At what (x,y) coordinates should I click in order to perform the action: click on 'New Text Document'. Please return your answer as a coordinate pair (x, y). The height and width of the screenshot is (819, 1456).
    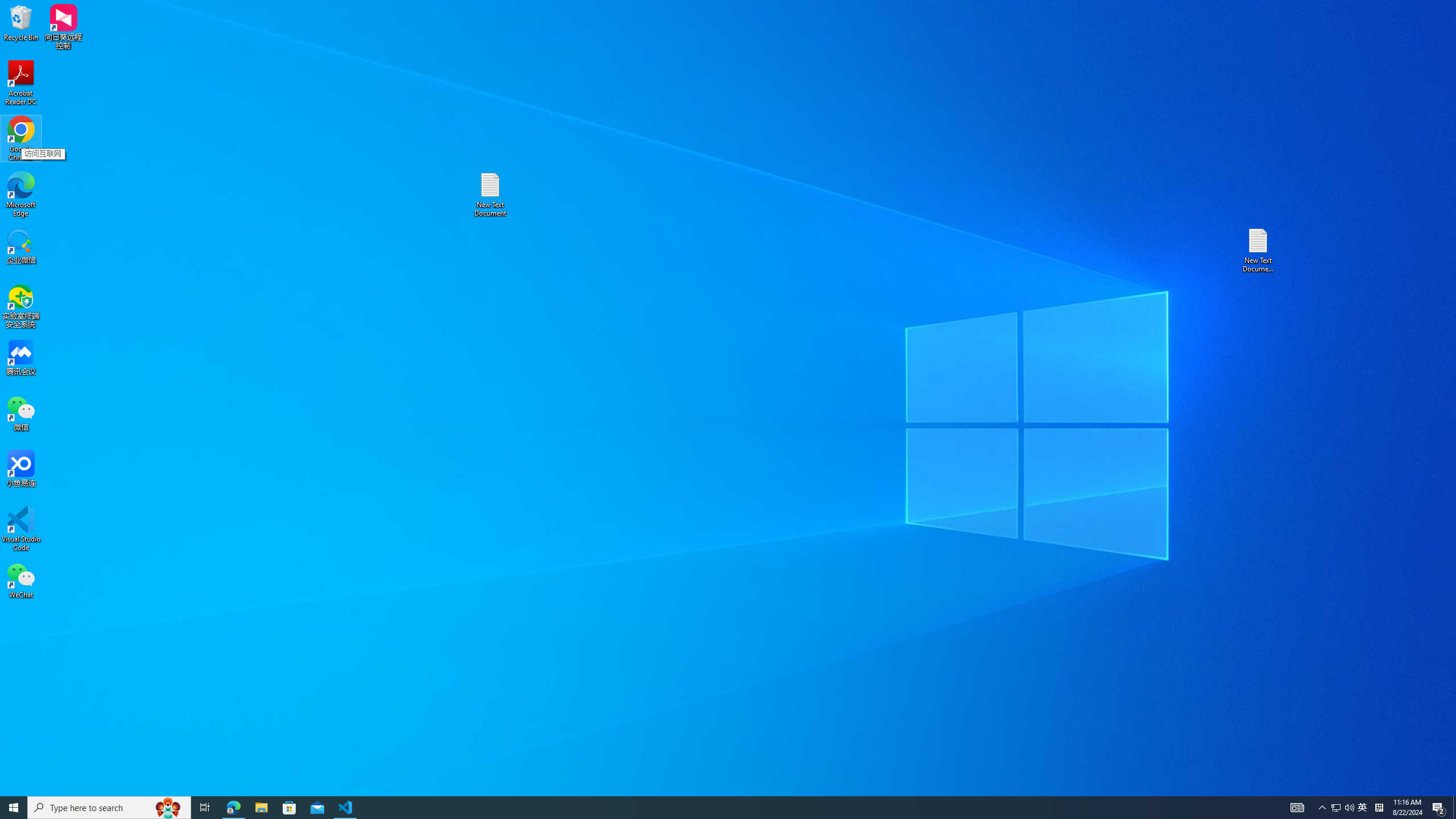
    Looking at the image, I should click on (489, 194).